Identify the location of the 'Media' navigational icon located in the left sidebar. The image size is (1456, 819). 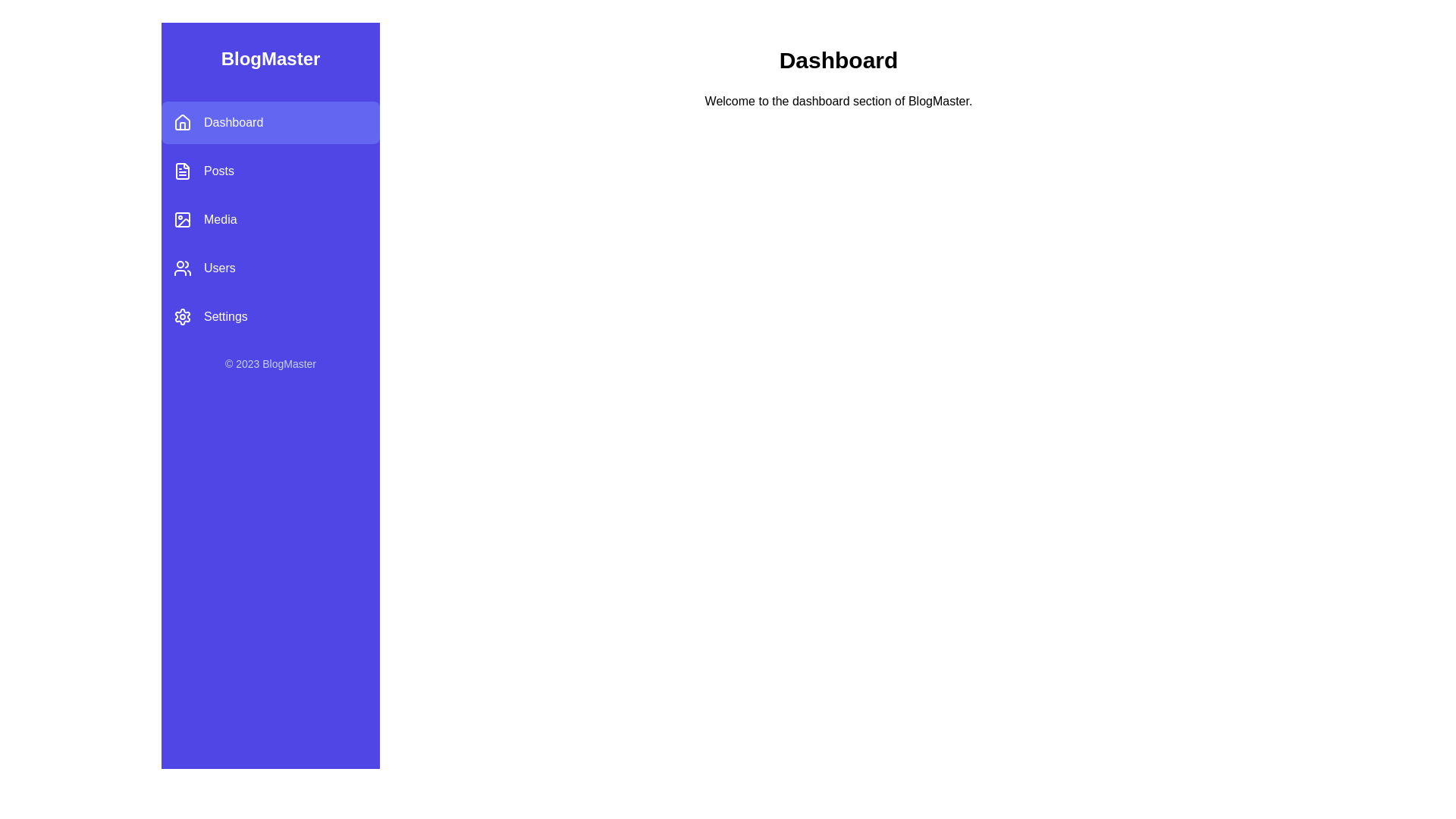
(182, 219).